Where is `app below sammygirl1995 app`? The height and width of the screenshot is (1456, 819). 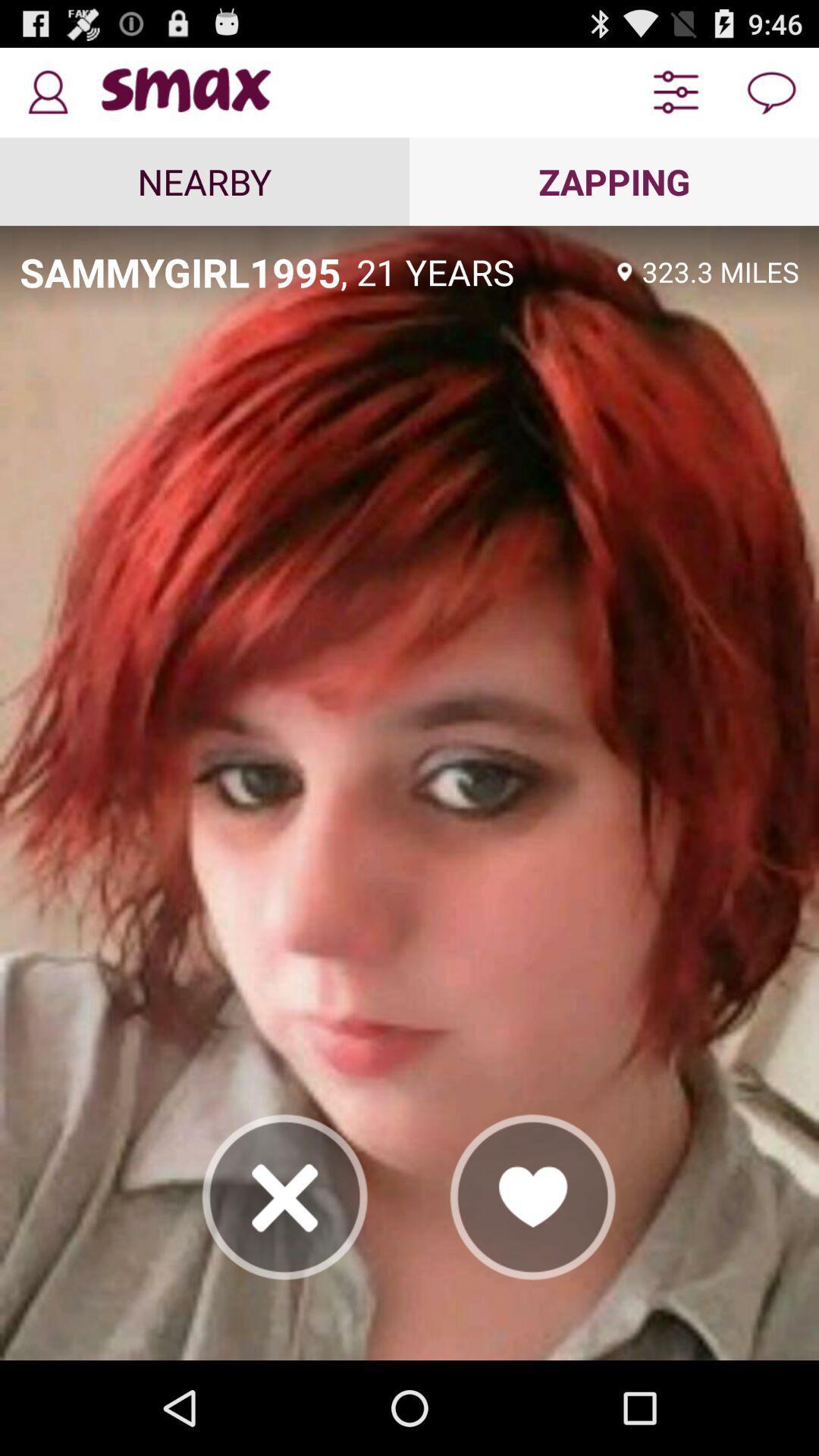
app below sammygirl1995 app is located at coordinates (285, 1196).